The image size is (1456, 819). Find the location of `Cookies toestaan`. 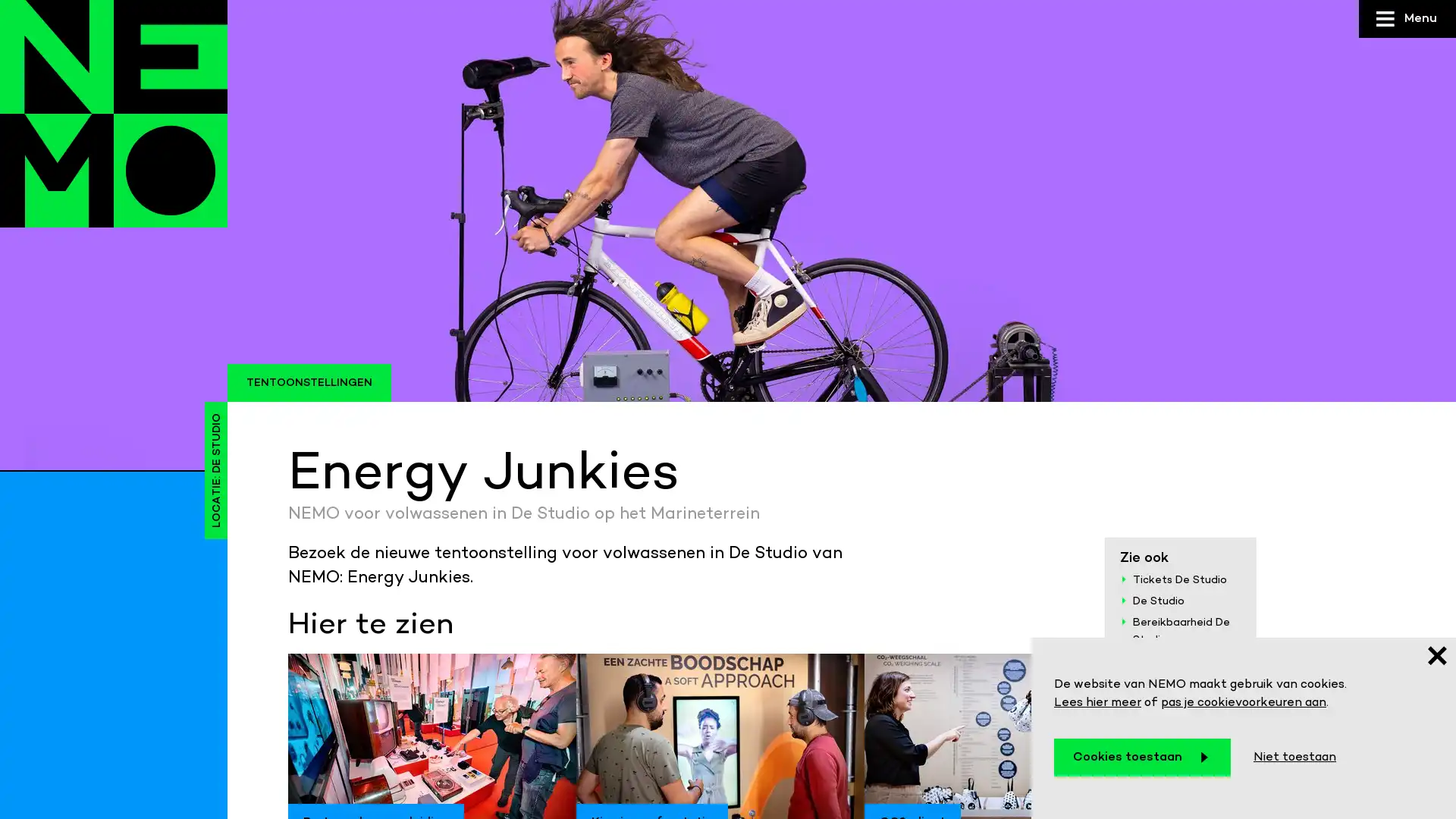

Cookies toestaan is located at coordinates (1142, 758).